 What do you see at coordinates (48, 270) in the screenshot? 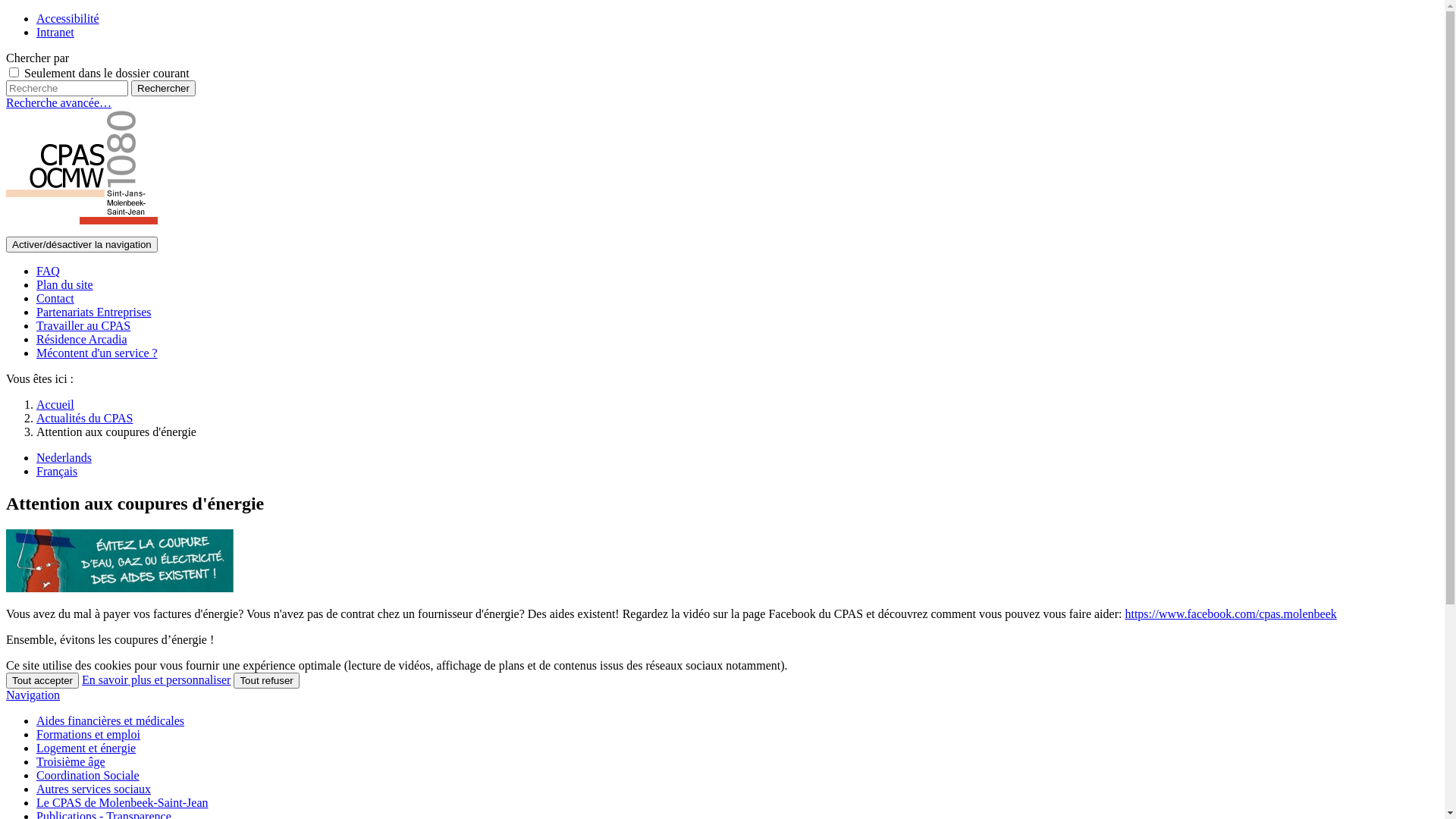
I see `'FAQ'` at bounding box center [48, 270].